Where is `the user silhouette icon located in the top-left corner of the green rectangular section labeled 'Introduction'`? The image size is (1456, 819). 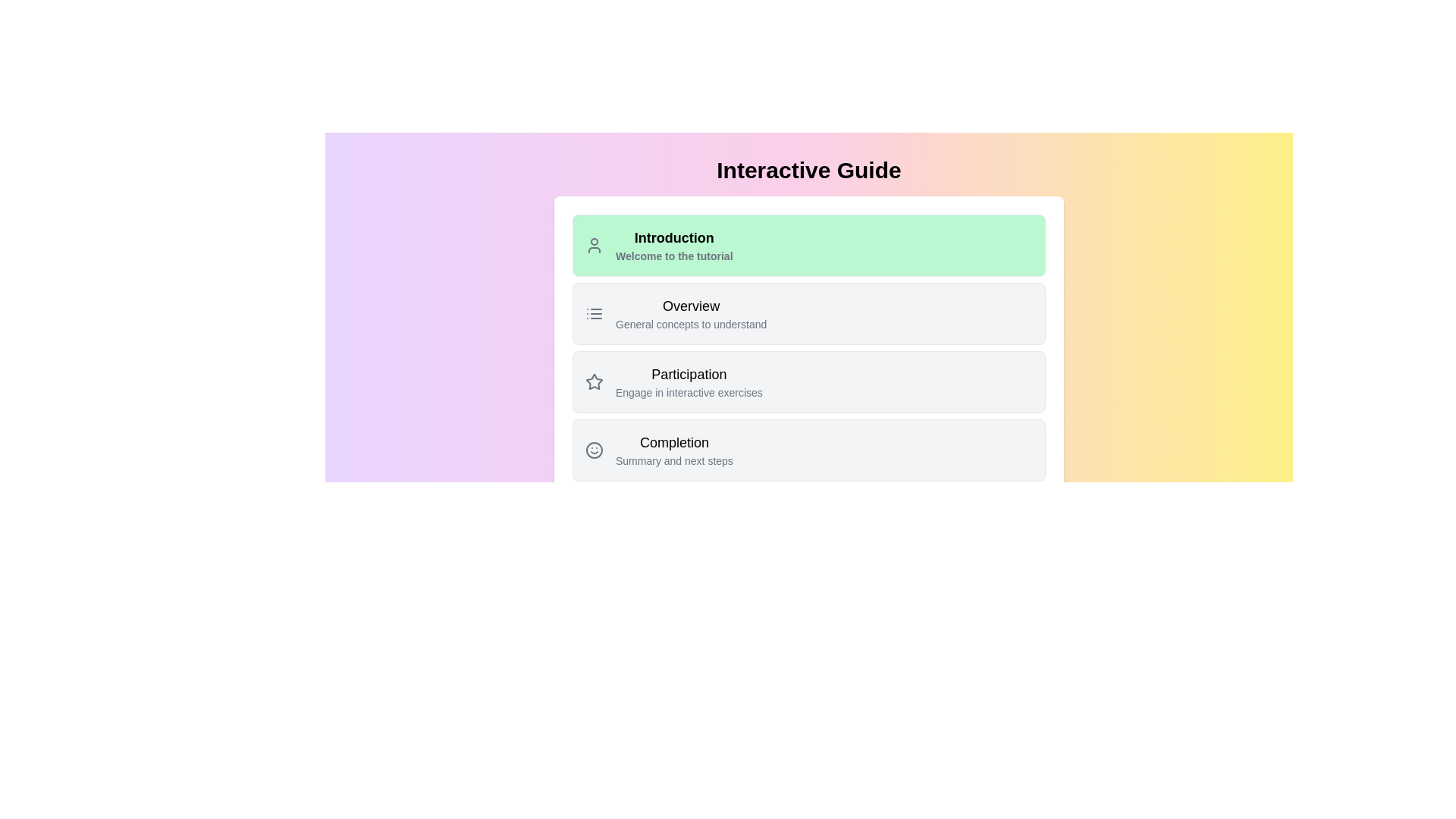
the user silhouette icon located in the top-left corner of the green rectangular section labeled 'Introduction' is located at coordinates (593, 245).